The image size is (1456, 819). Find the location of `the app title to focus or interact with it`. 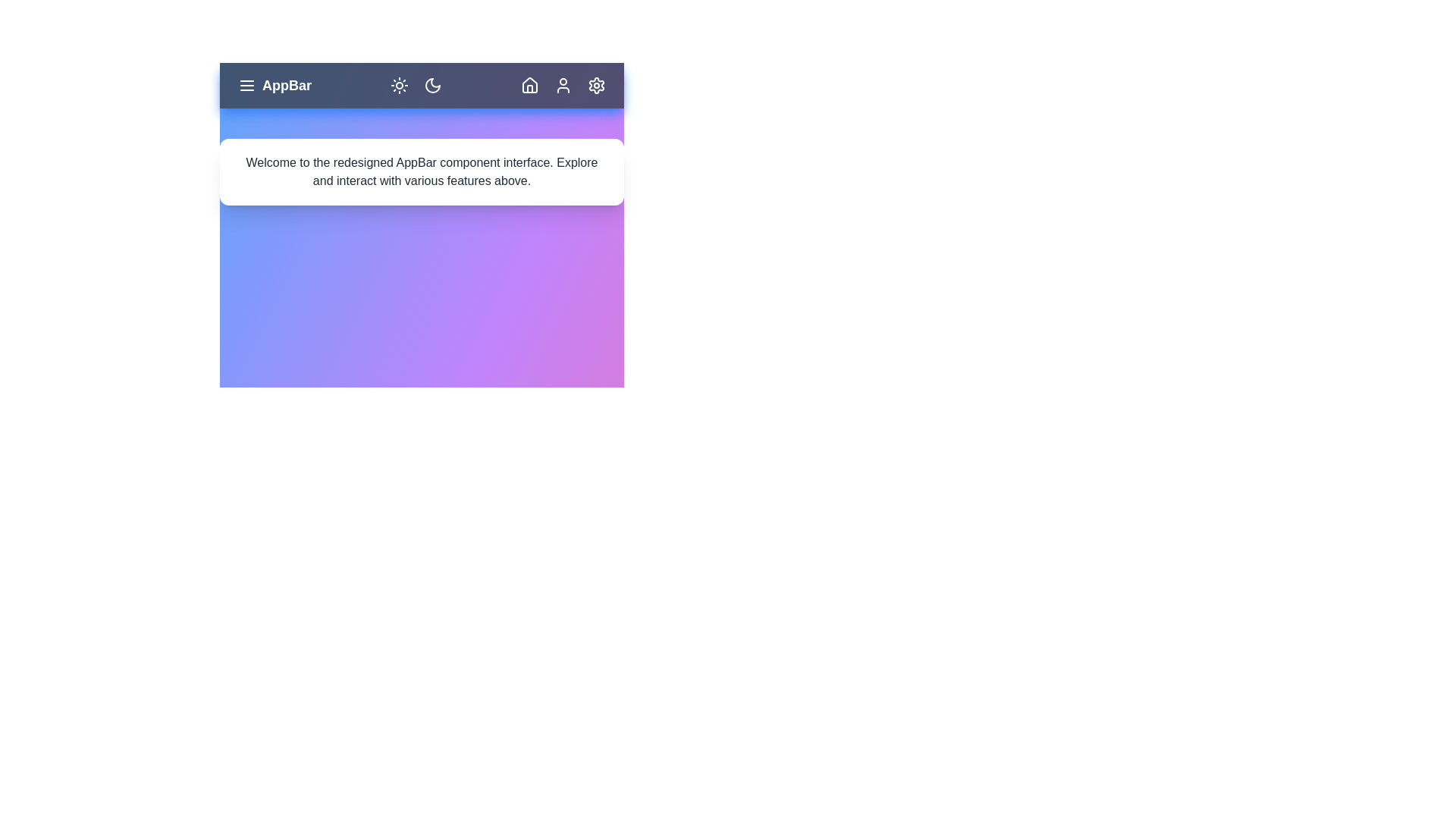

the app title to focus or interact with it is located at coordinates (274, 85).